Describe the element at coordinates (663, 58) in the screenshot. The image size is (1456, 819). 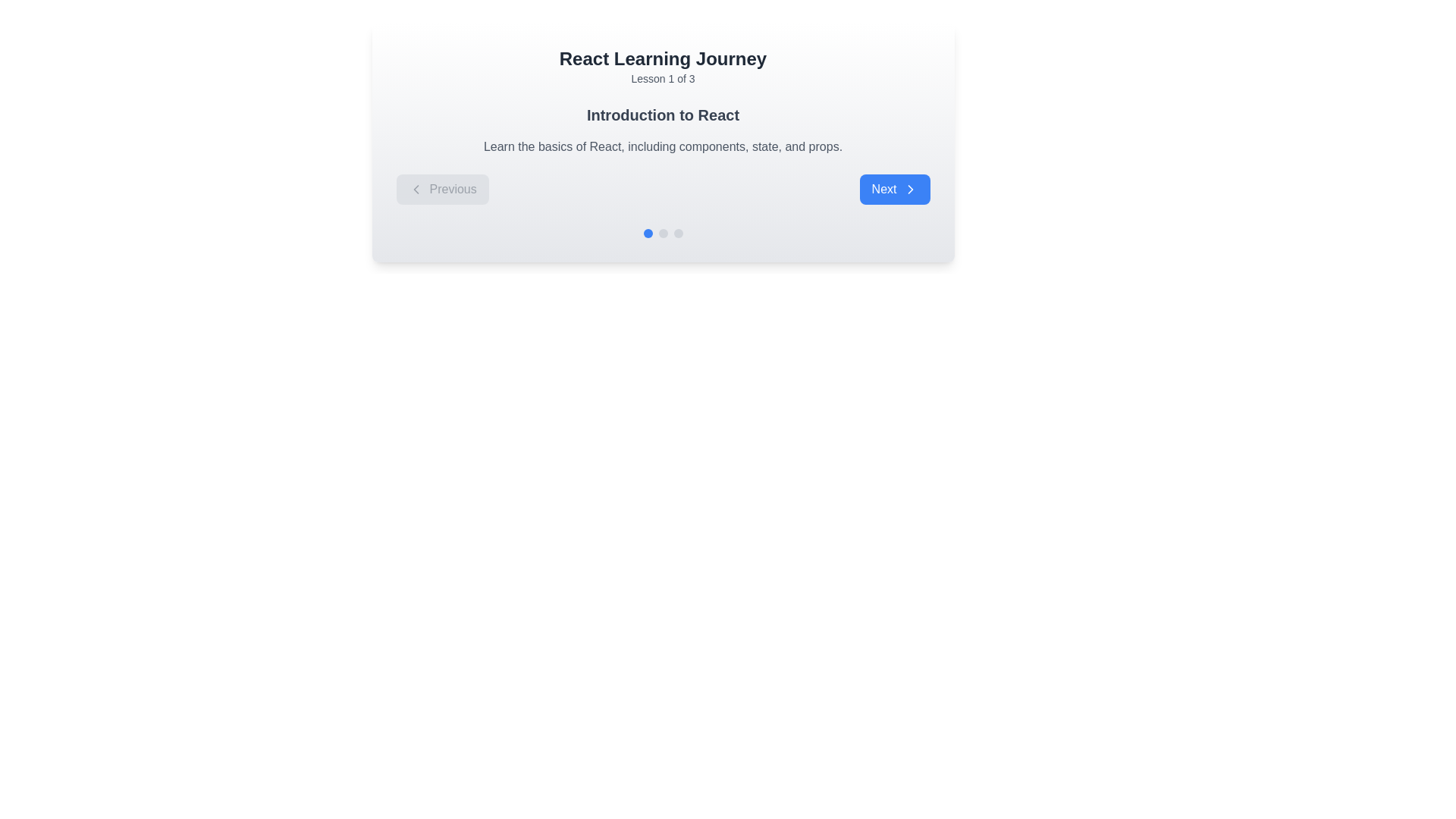
I see `the text block that displays 'React Learning Journey', which is styled in large, bold dark gray typography and positioned at the top-middle of the interface, above 'Lesson 1 of 3'` at that location.